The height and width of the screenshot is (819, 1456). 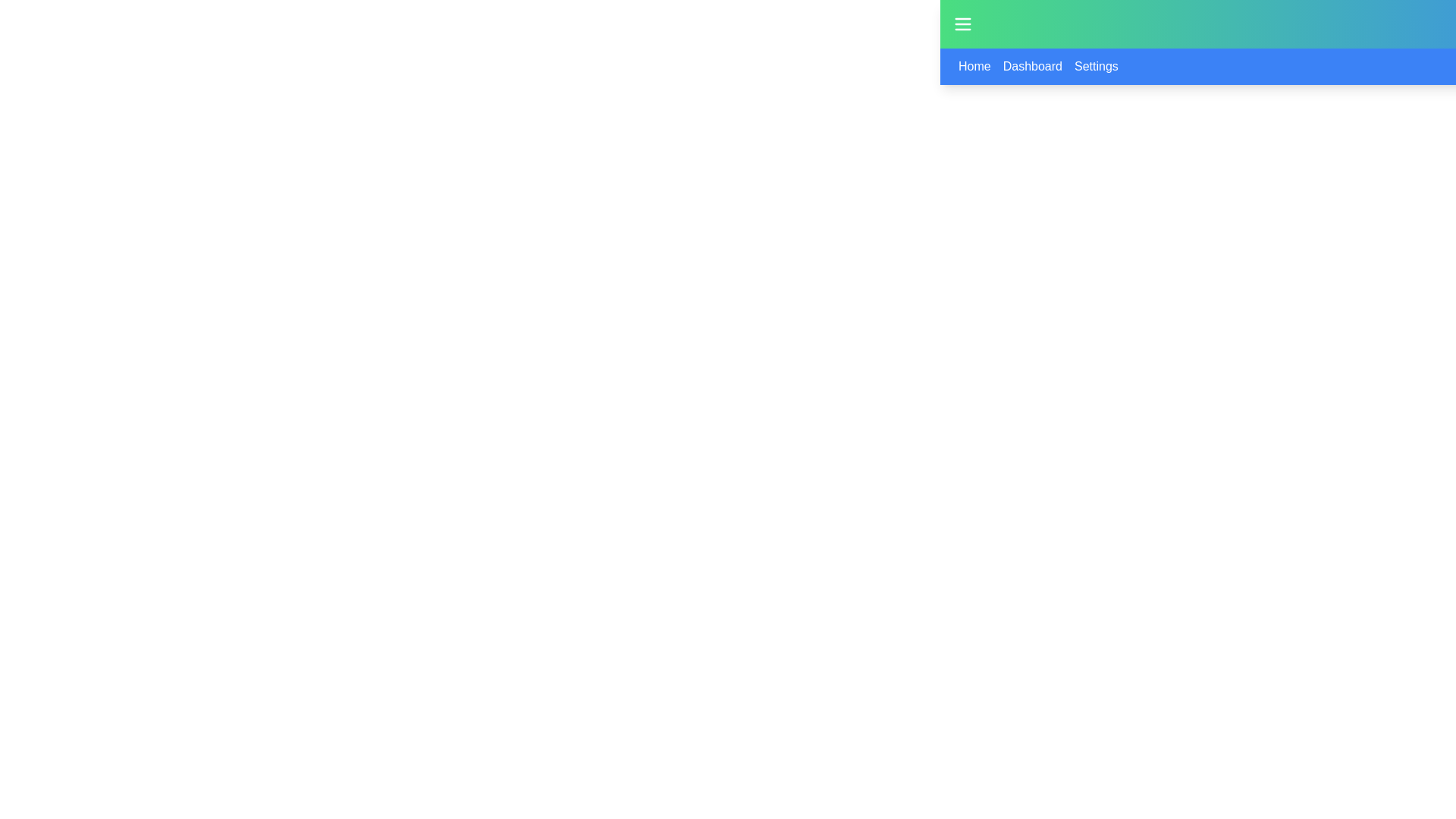 What do you see at coordinates (1031, 66) in the screenshot?
I see `the 'Dashboard' text-based link in the navigation bar` at bounding box center [1031, 66].